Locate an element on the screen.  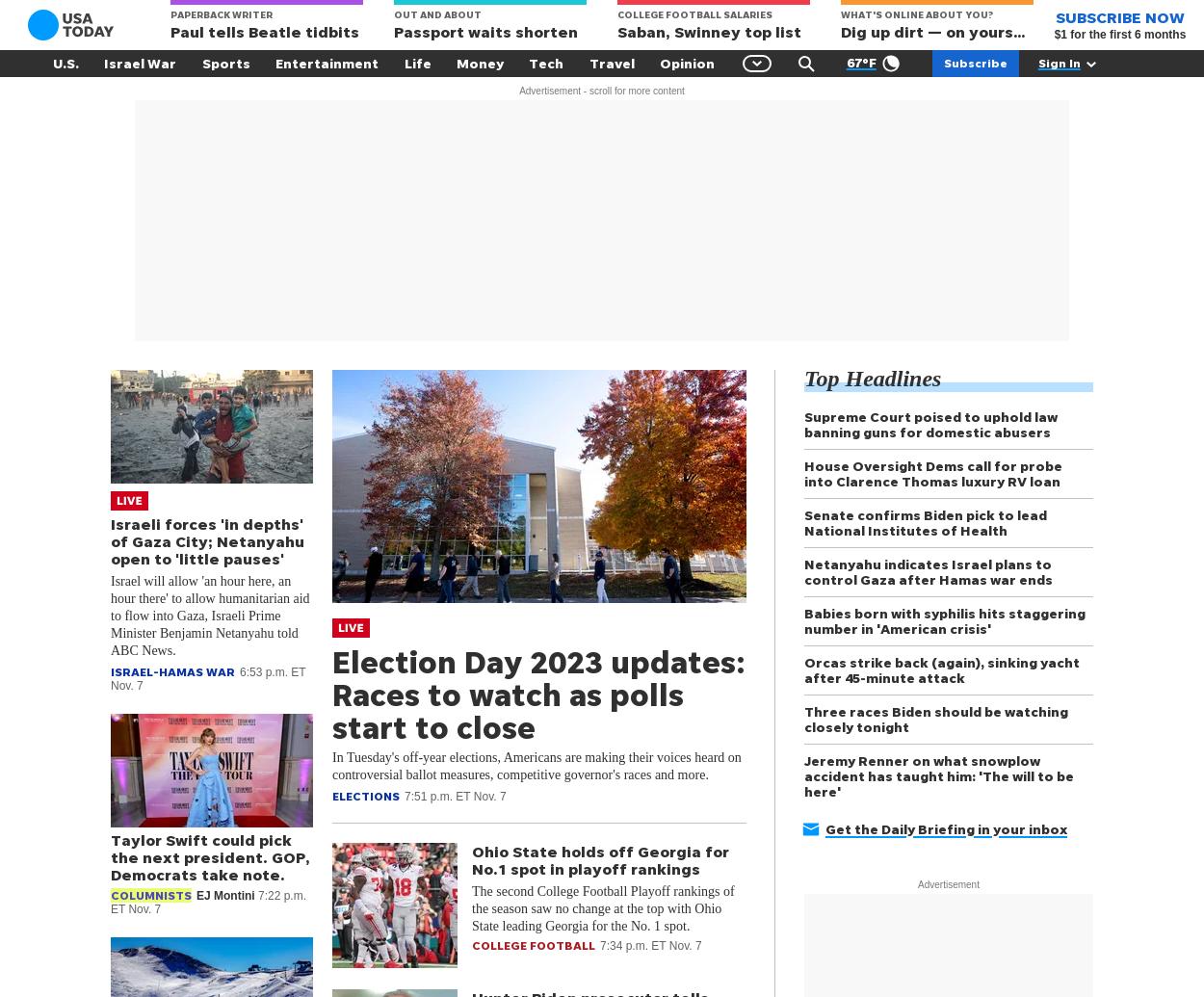
'Supreme Court poised to uphold law banning guns for domestic abusers' is located at coordinates (929, 424).